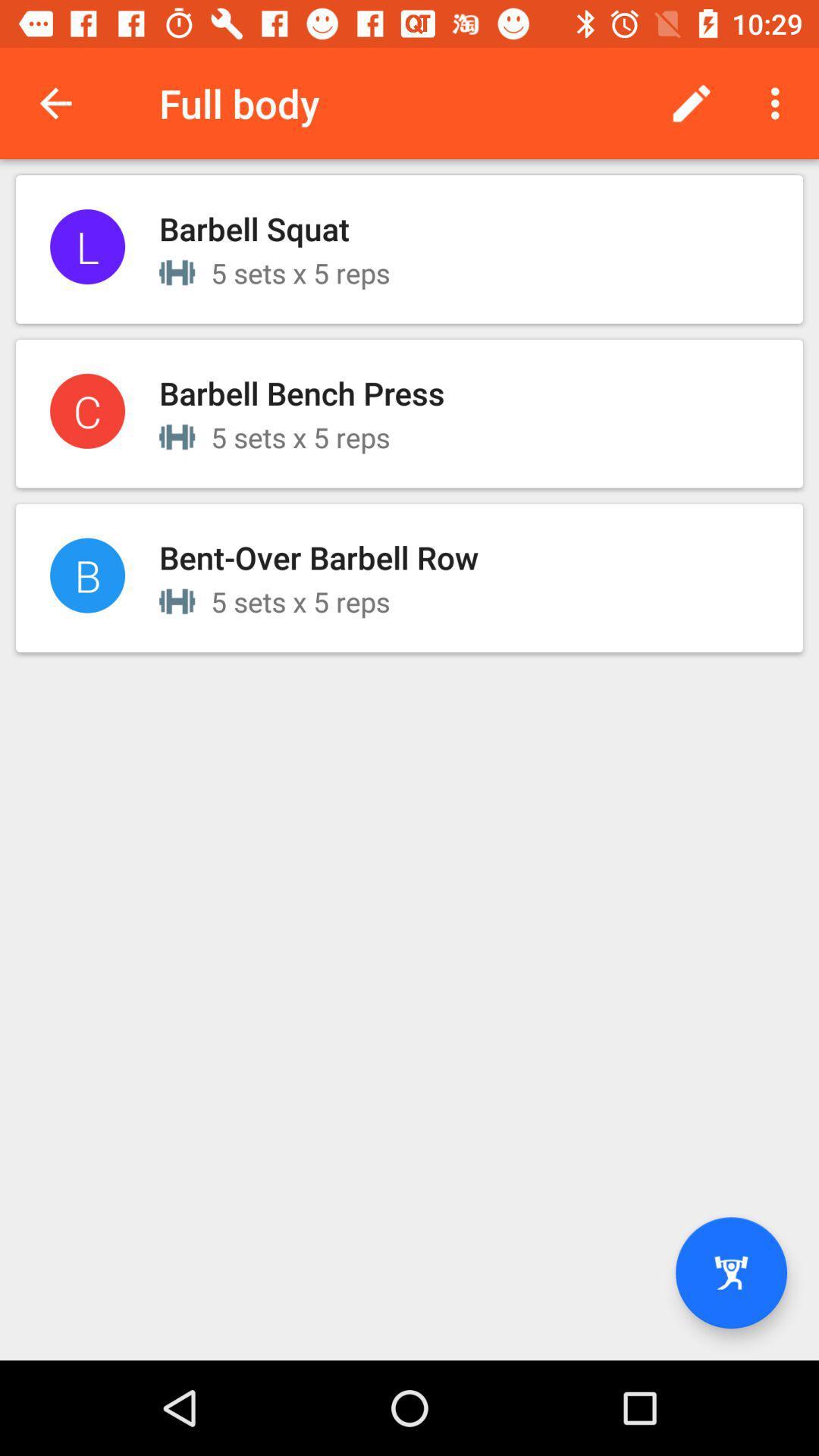  I want to click on the icon to the left of full body, so click(55, 102).